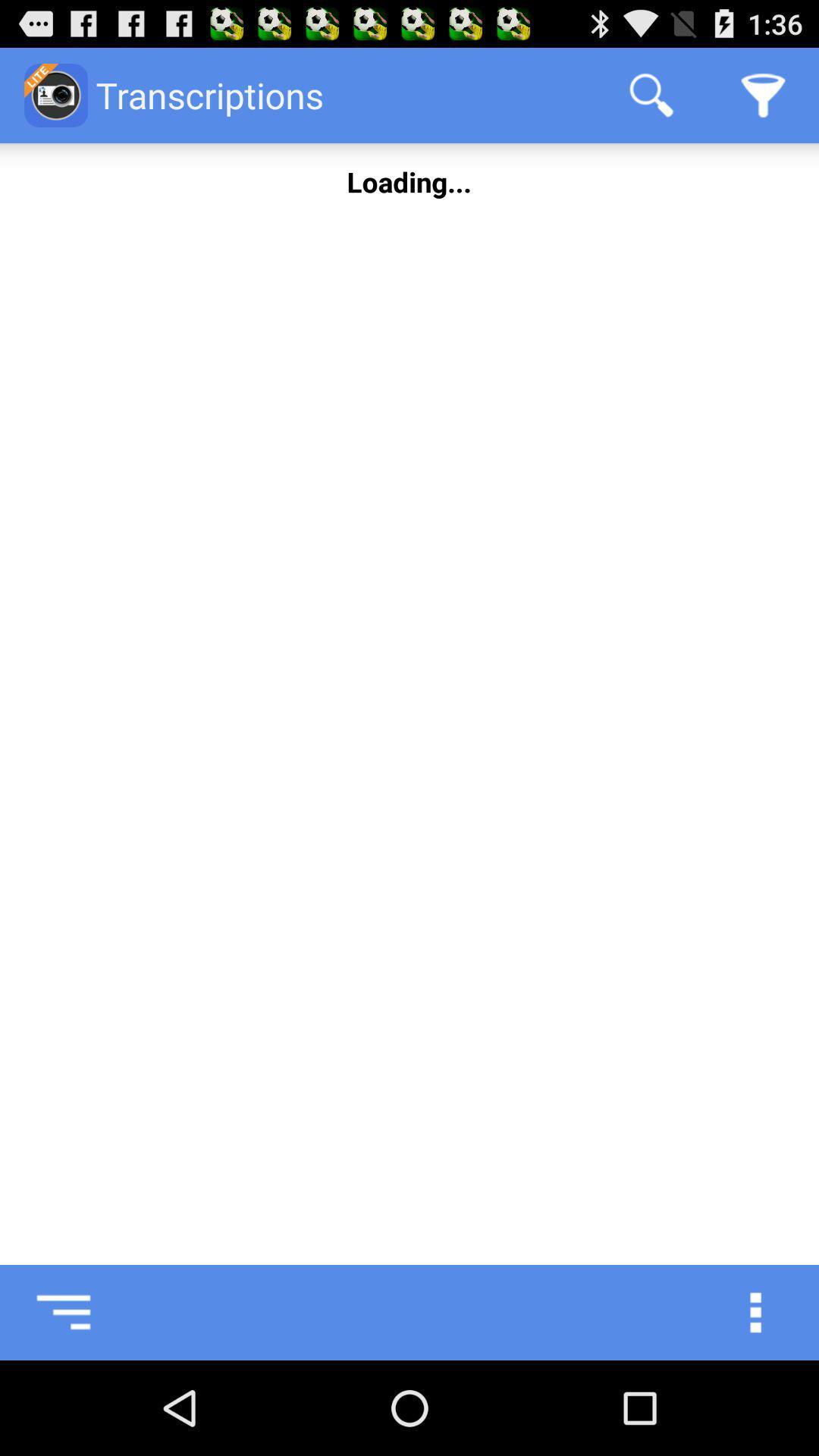  What do you see at coordinates (771, 1404) in the screenshot?
I see `the more icon` at bounding box center [771, 1404].